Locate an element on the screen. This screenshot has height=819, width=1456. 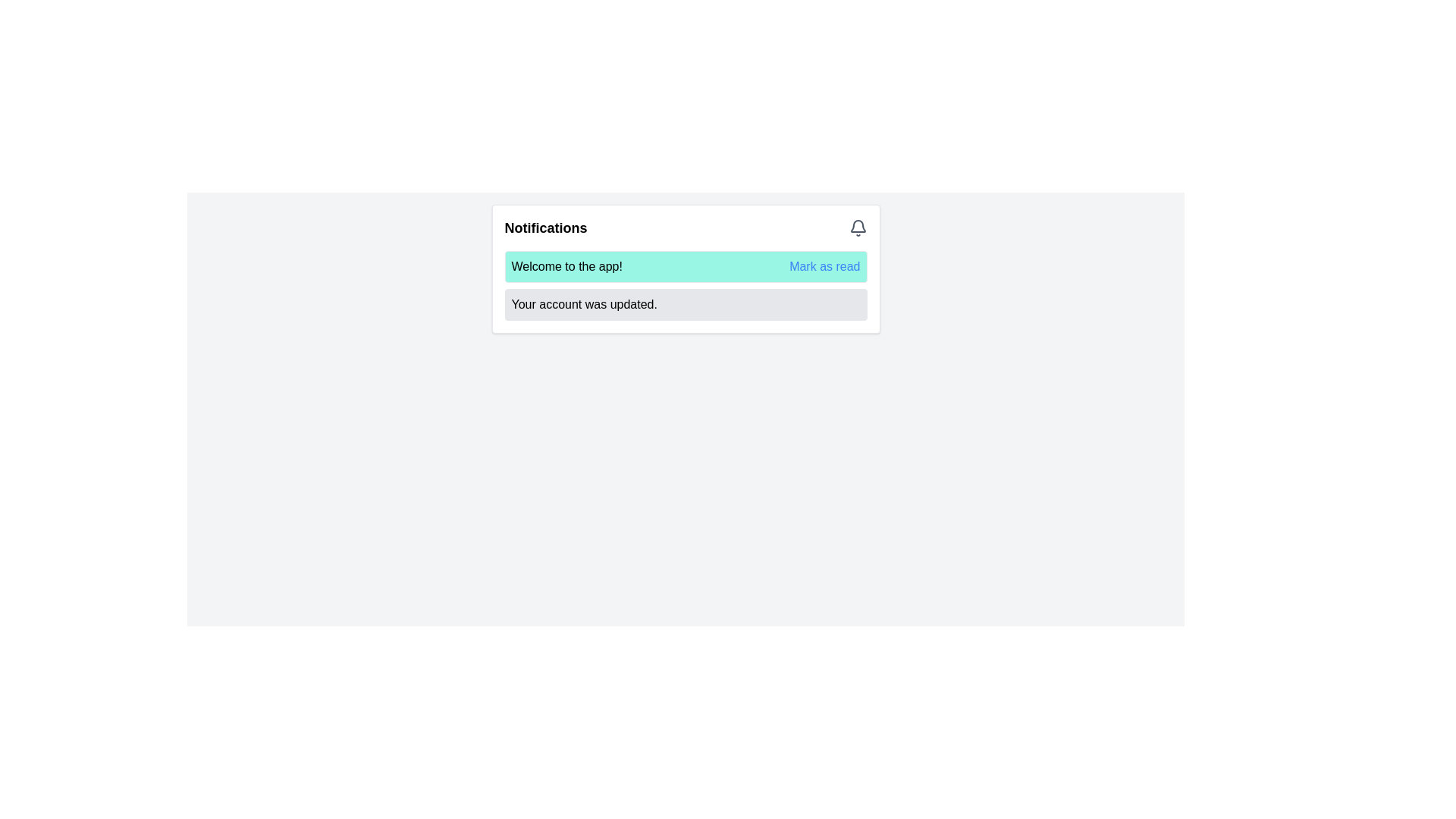
notification message displayed in the card that says 'Welcome to the app!' is located at coordinates (685, 265).